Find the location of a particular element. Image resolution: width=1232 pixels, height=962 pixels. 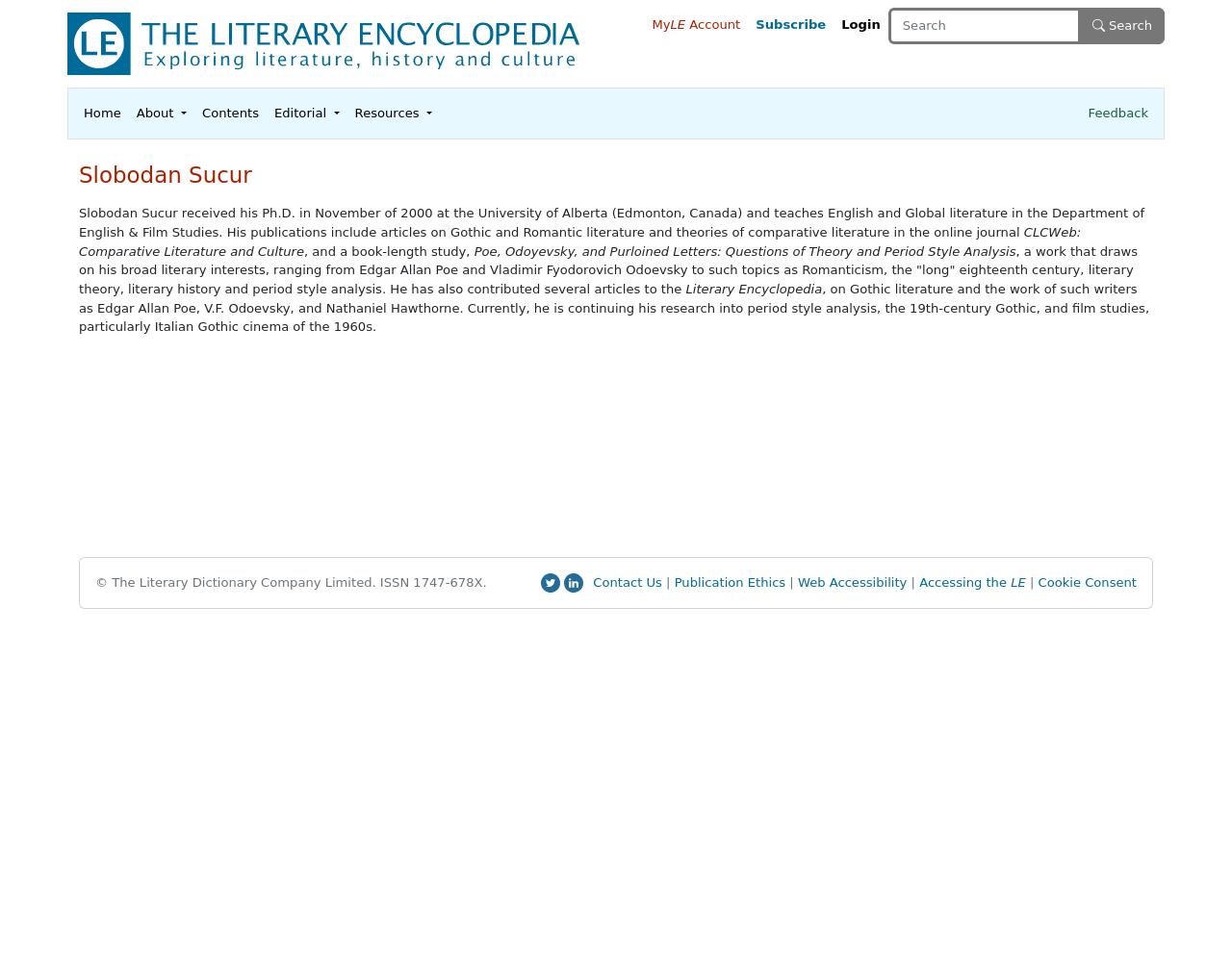

'Slobodan Sucur received his Ph.D. in November of 2000 at the
University of Alberta (Edmonton, Canada) and teaches English and
Global literature in the Department of English & Film Studies.
His publications include articles on Gothic and Romantic literature
and theories of comparative literature in the online journal' is located at coordinates (610, 221).